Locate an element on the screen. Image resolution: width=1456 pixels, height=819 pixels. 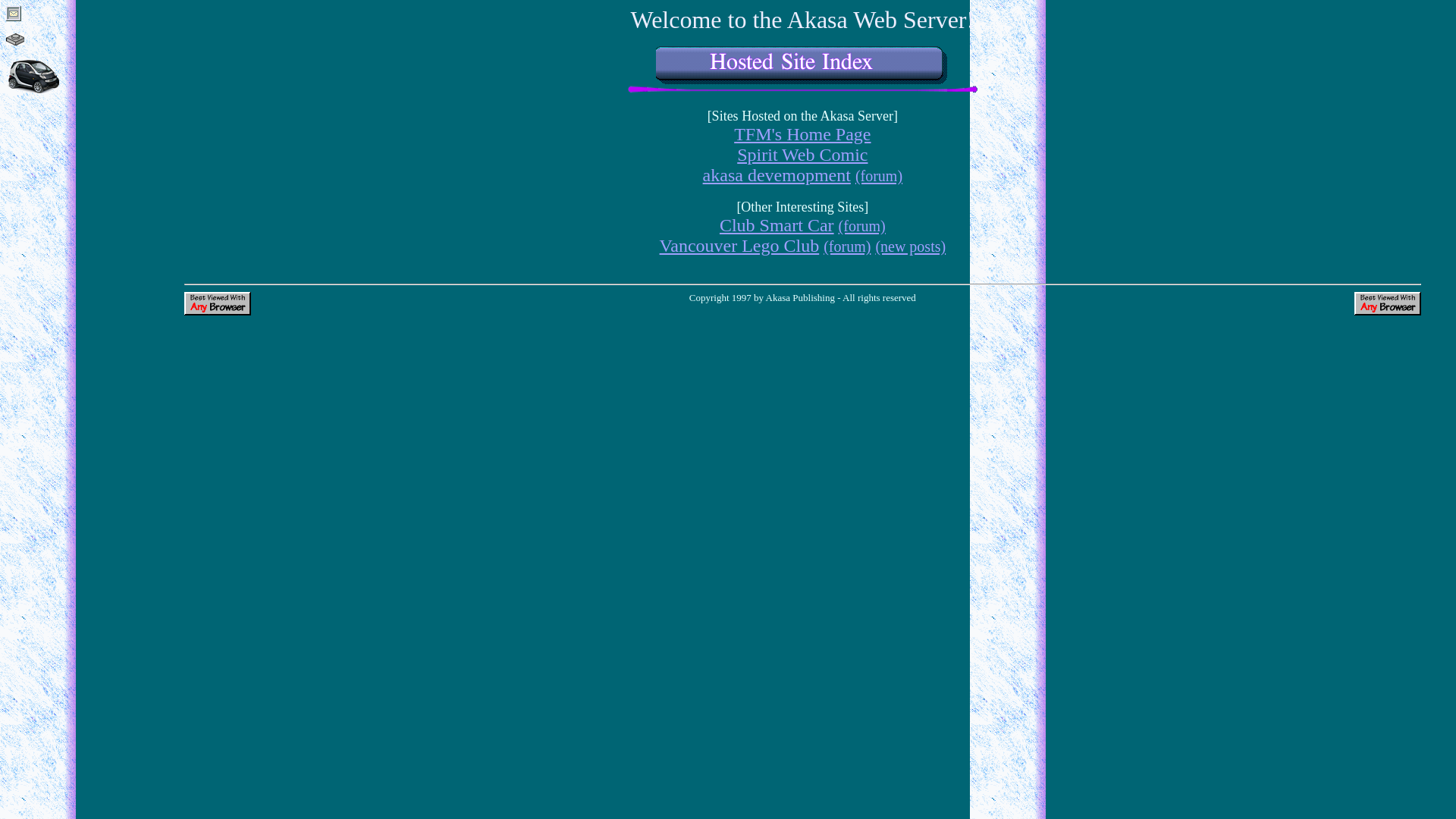
'(forum)' is located at coordinates (878, 174).